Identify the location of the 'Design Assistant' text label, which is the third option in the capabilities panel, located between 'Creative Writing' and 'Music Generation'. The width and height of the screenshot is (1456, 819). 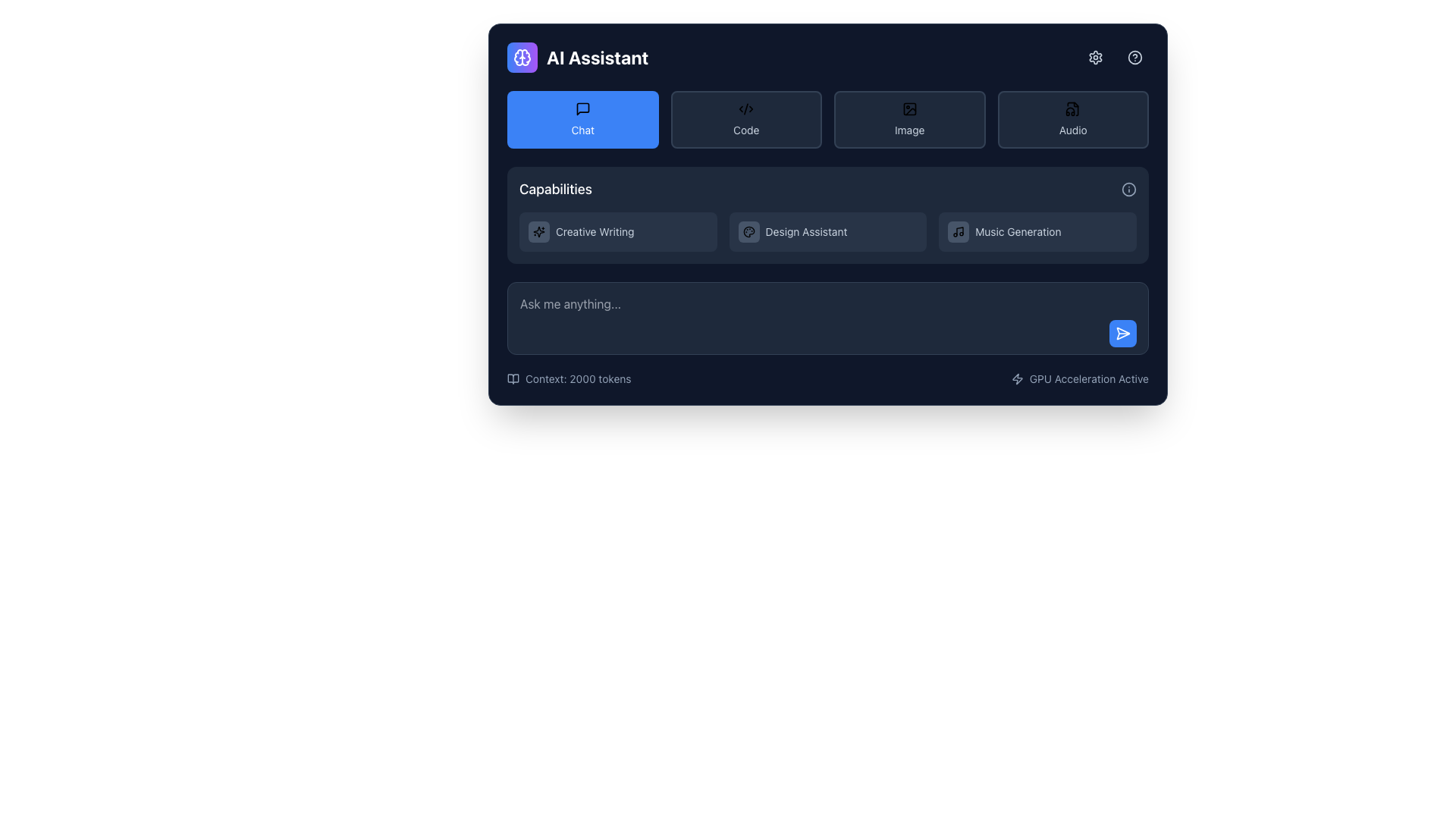
(805, 231).